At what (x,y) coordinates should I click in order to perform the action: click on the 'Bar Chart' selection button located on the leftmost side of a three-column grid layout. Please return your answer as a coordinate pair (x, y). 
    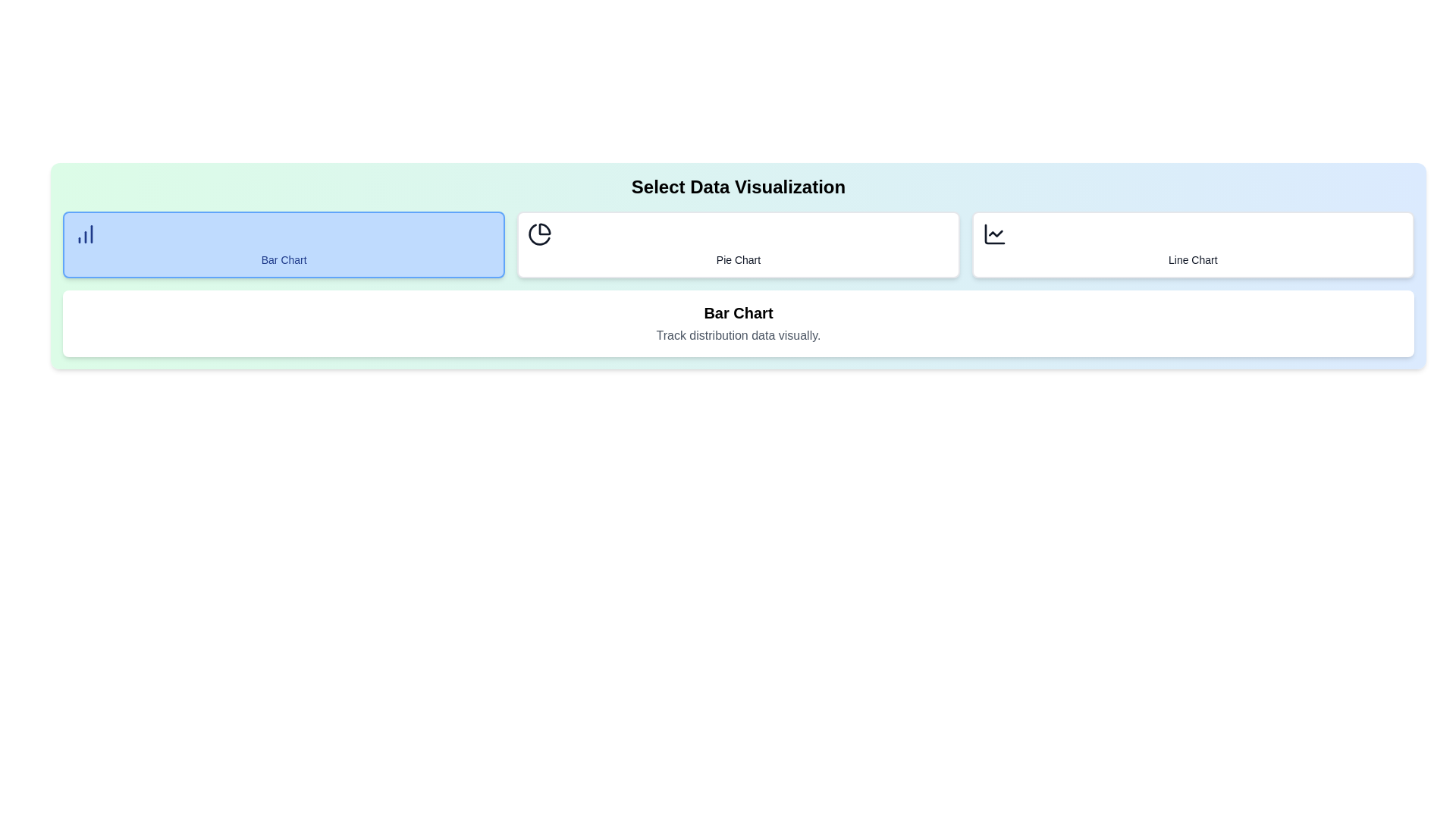
    Looking at the image, I should click on (284, 244).